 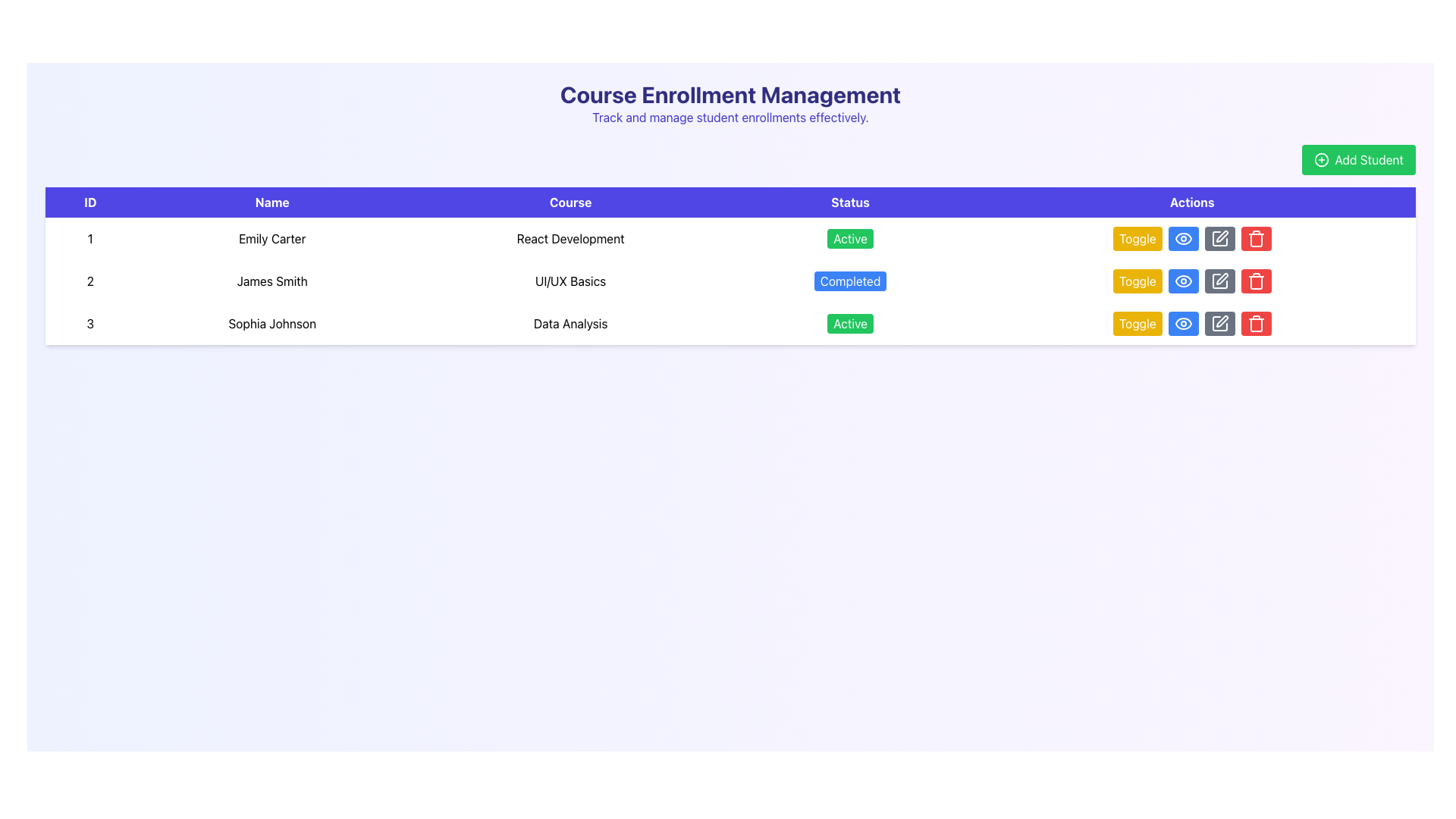 I want to click on the circular icon with a plus sign located within the green 'Add Student' button at the top-right corner of the interface, so click(x=1320, y=160).